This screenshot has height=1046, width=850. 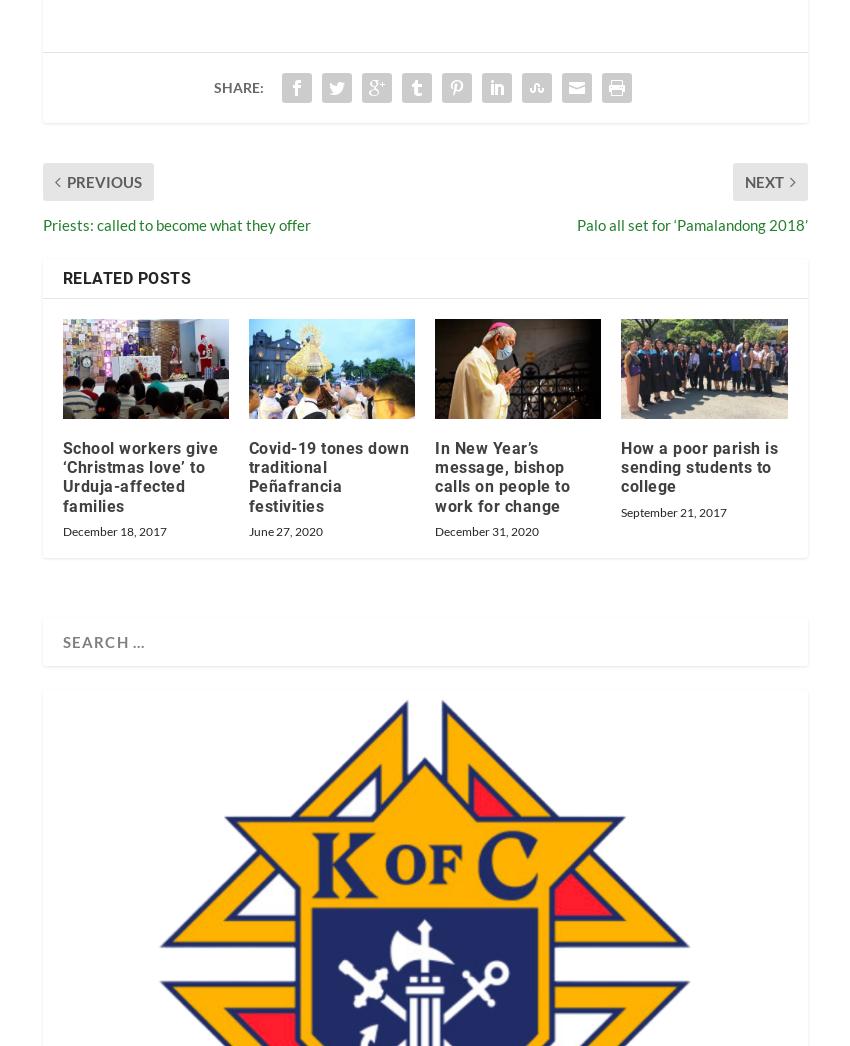 I want to click on 'Related Posts', so click(x=125, y=278).